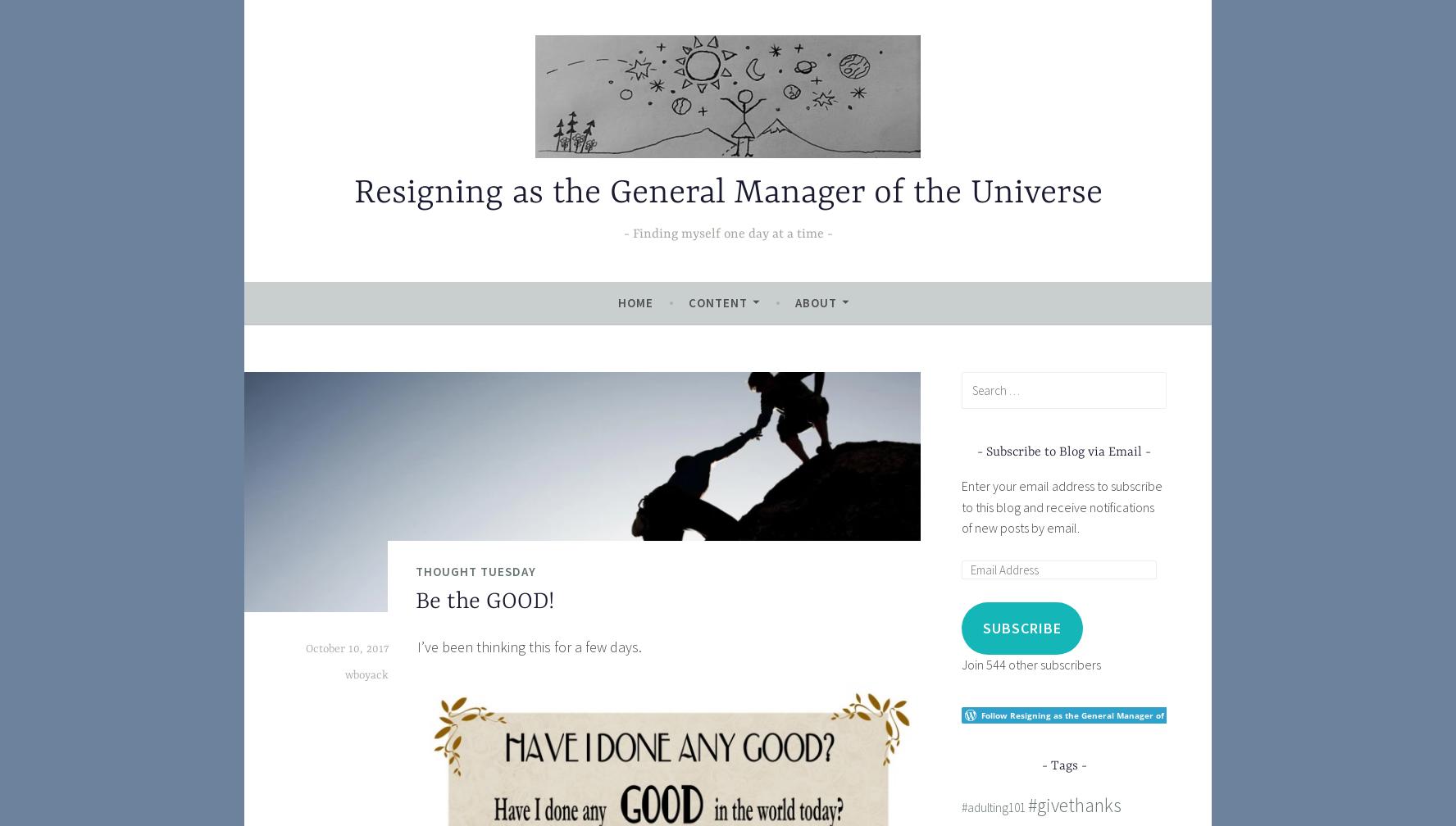  I want to click on 'Join 544 other subscribers', so click(1030, 664).